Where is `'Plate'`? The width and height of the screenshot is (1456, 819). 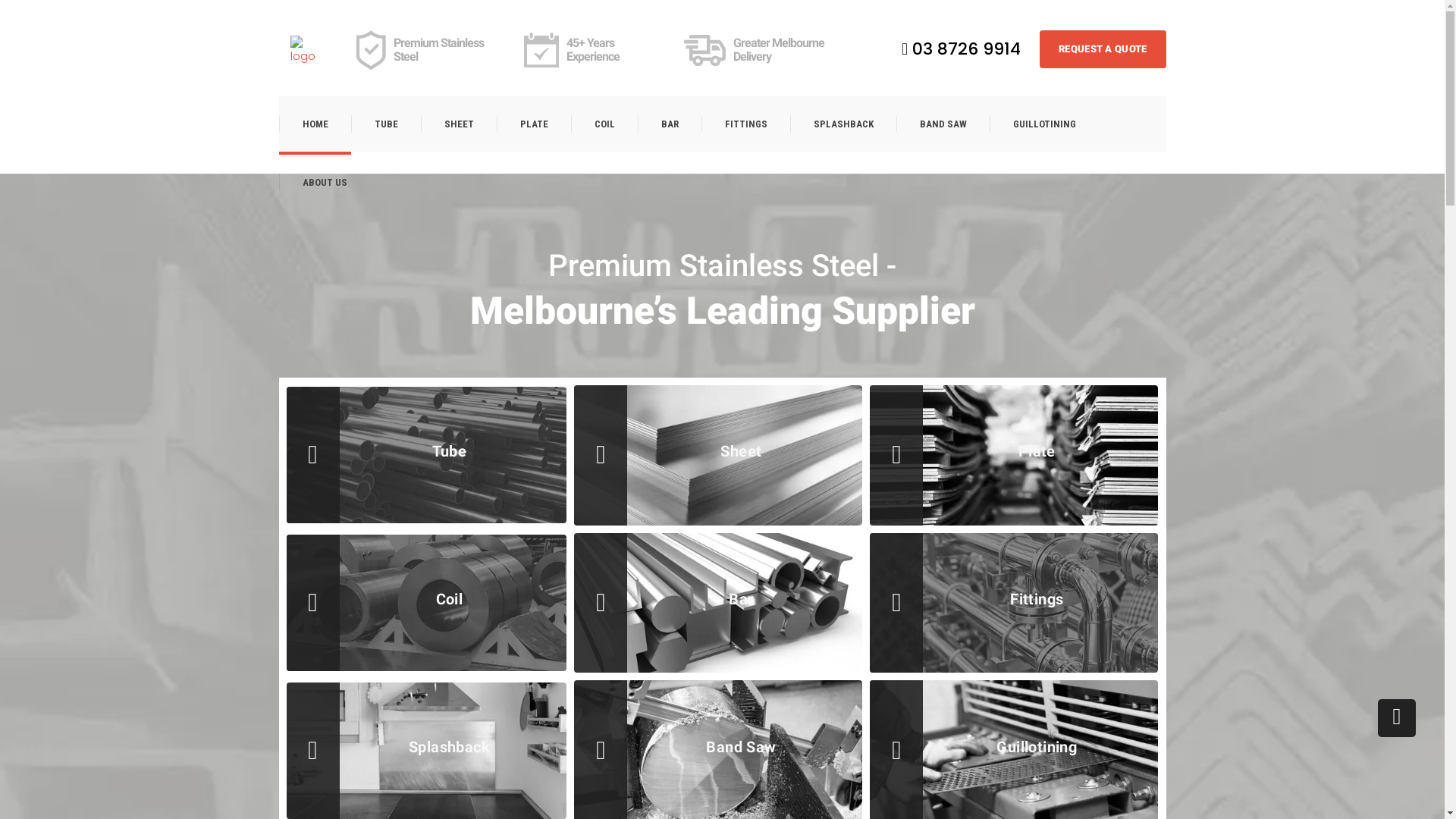 'Plate' is located at coordinates (1036, 450).